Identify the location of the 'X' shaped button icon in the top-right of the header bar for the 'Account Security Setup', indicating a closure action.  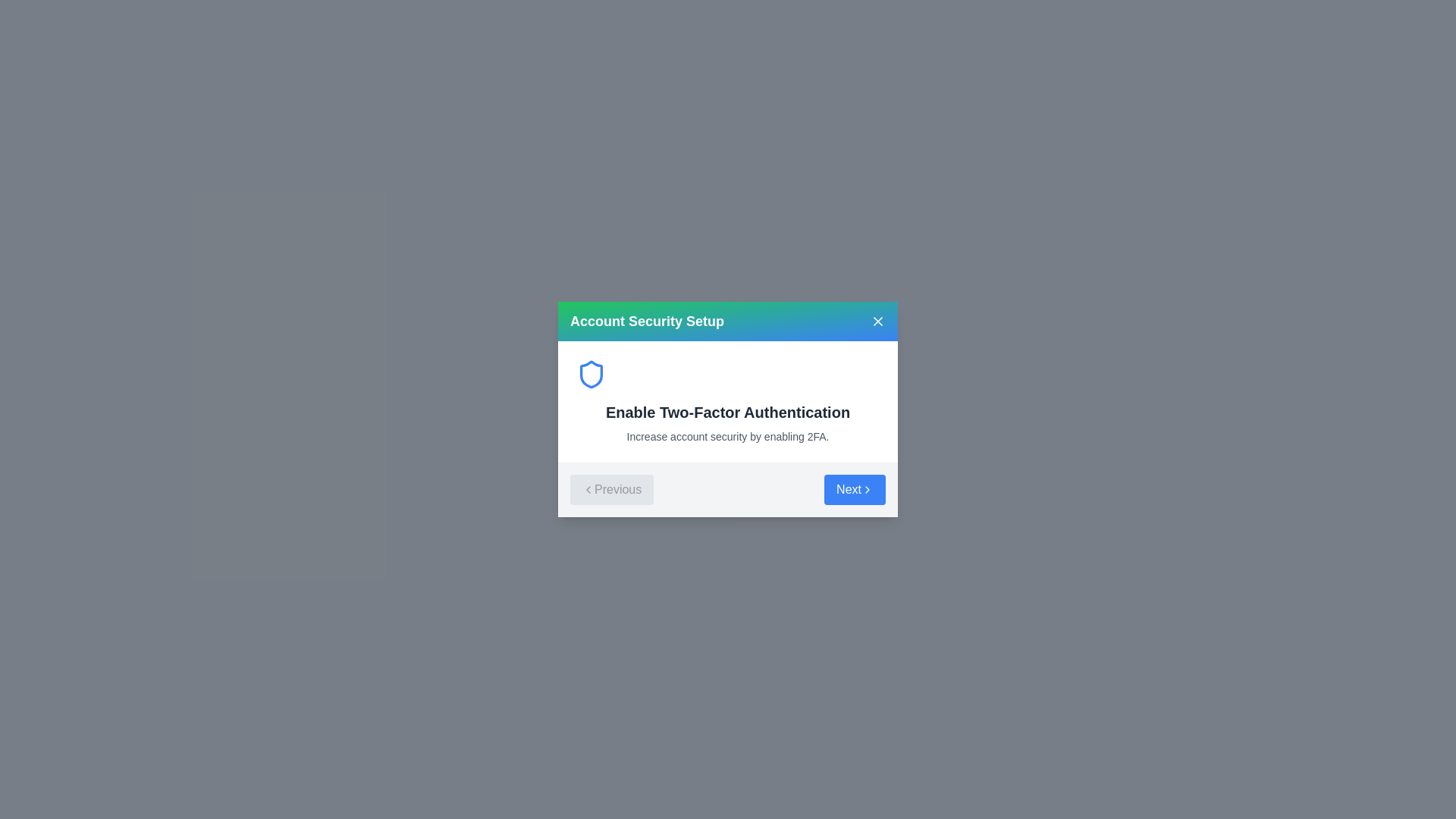
(877, 321).